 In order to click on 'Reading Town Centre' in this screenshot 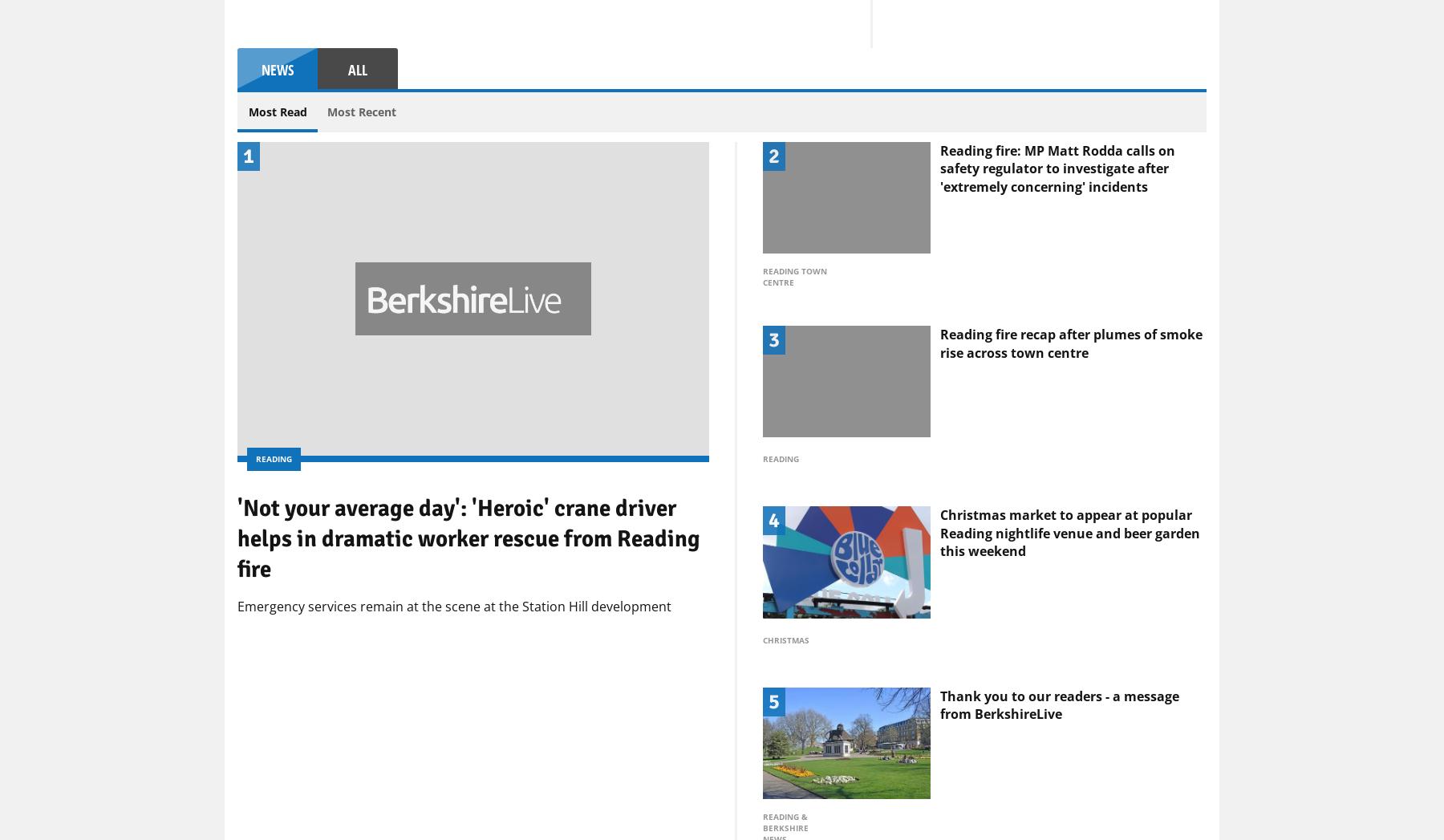, I will do `click(794, 404)`.